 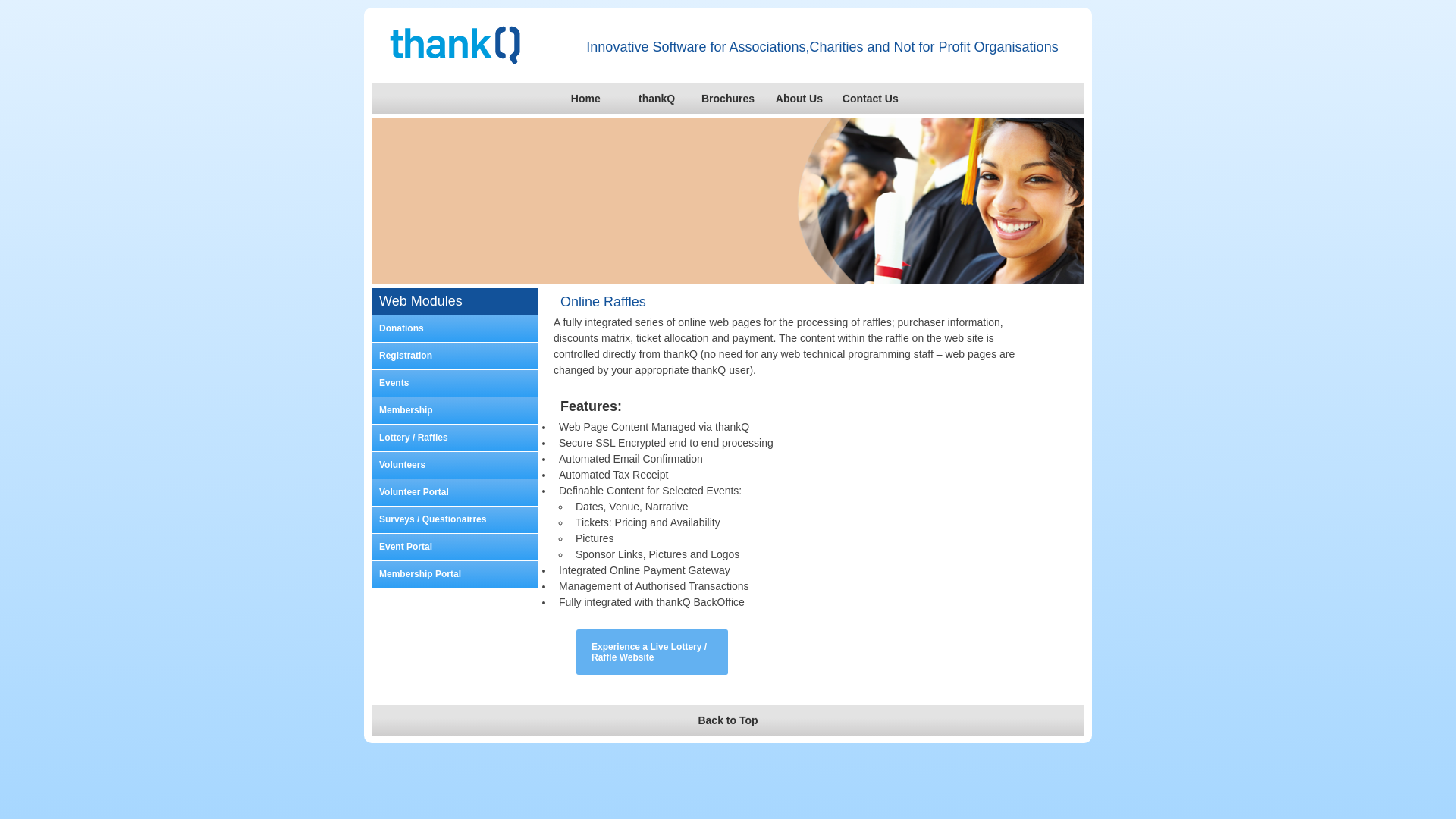 What do you see at coordinates (454, 464) in the screenshot?
I see `'Volunteers'` at bounding box center [454, 464].